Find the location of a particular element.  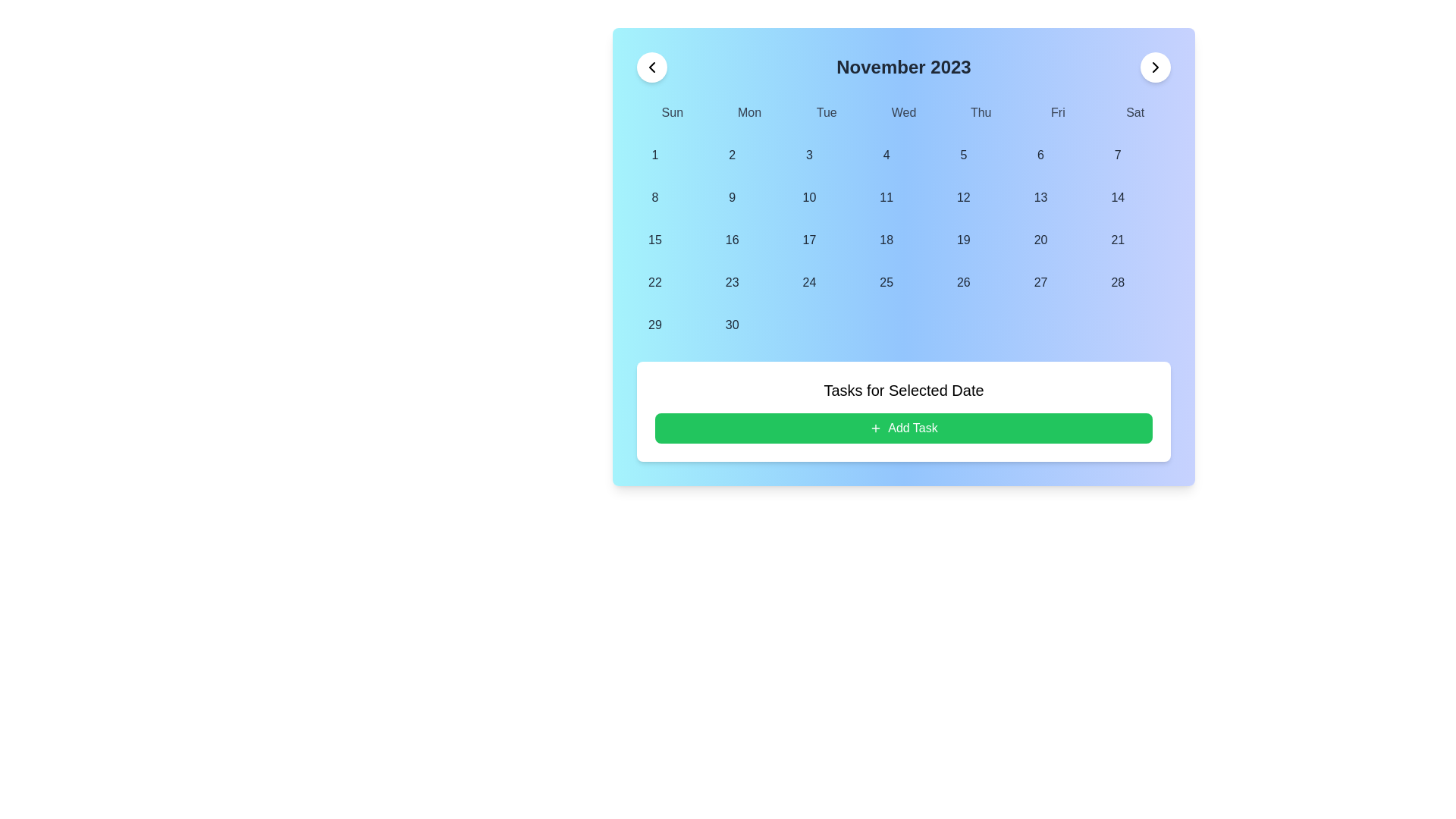

the button representing the date '29' in the calendar interface for navigation is located at coordinates (655, 324).